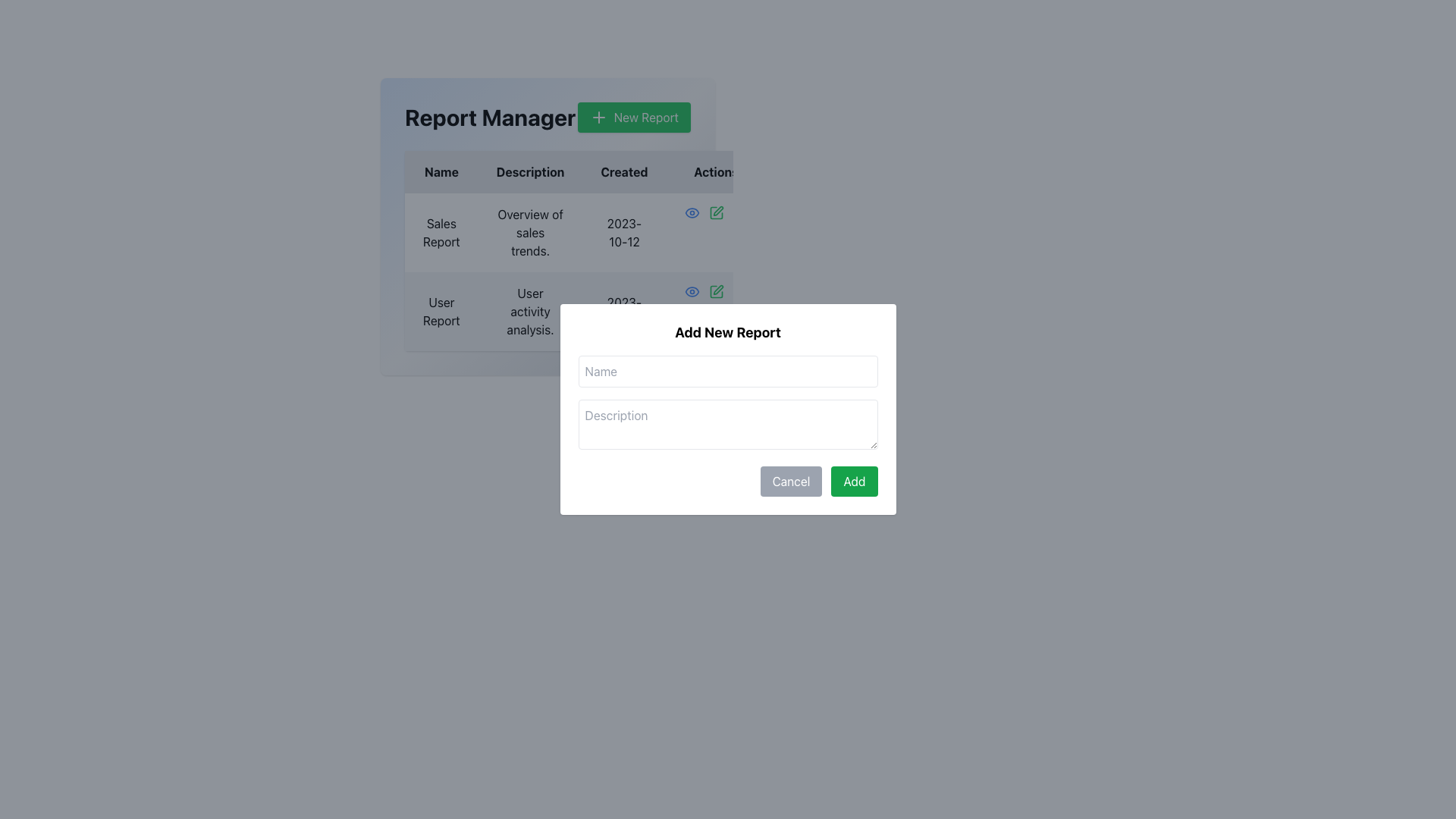 This screenshot has height=819, width=1456. Describe the element at coordinates (740, 292) in the screenshot. I see `the third action button in the 'Action' column of the 'User Report' row` at that location.